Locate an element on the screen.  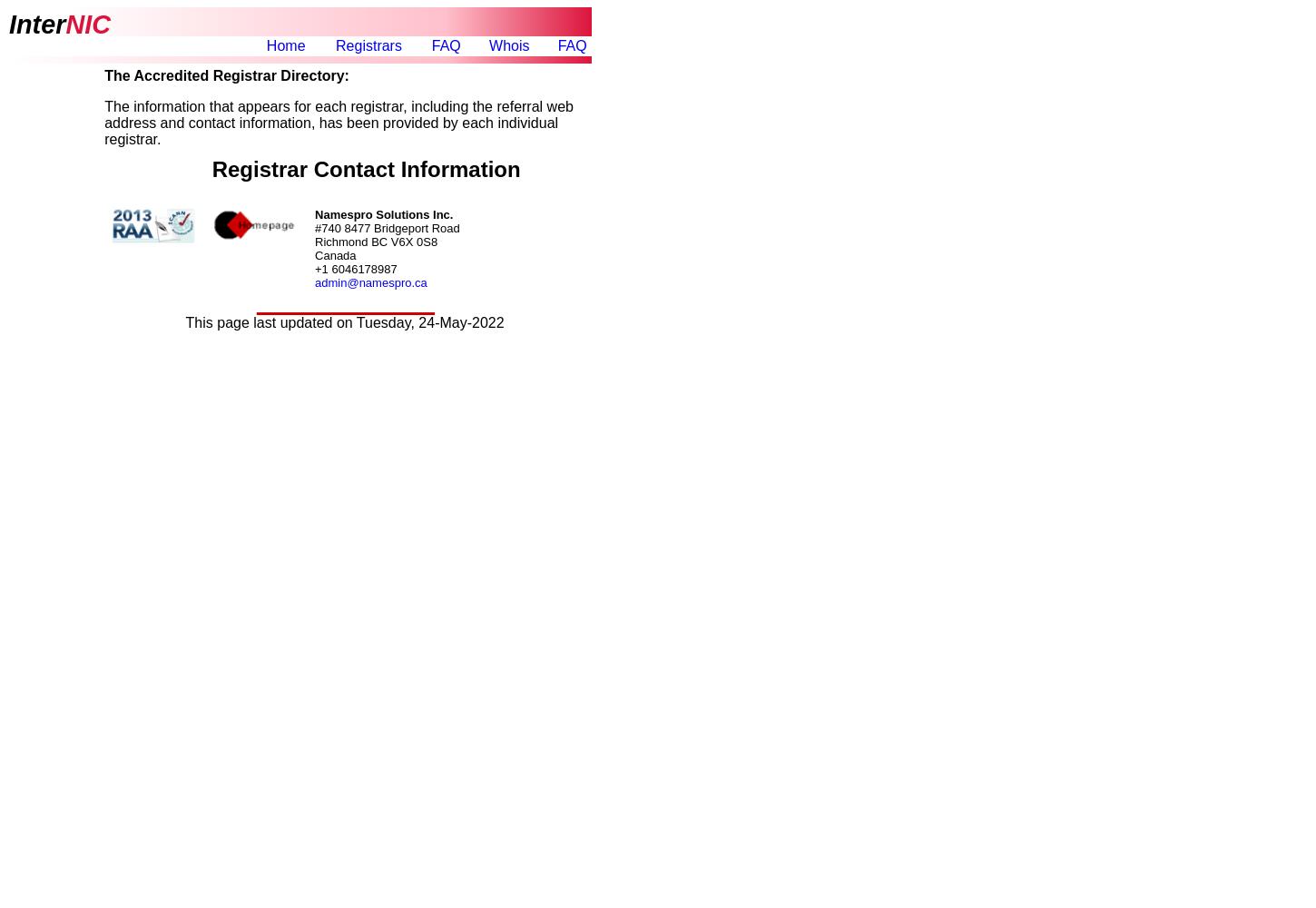
'NIC' is located at coordinates (65, 24).